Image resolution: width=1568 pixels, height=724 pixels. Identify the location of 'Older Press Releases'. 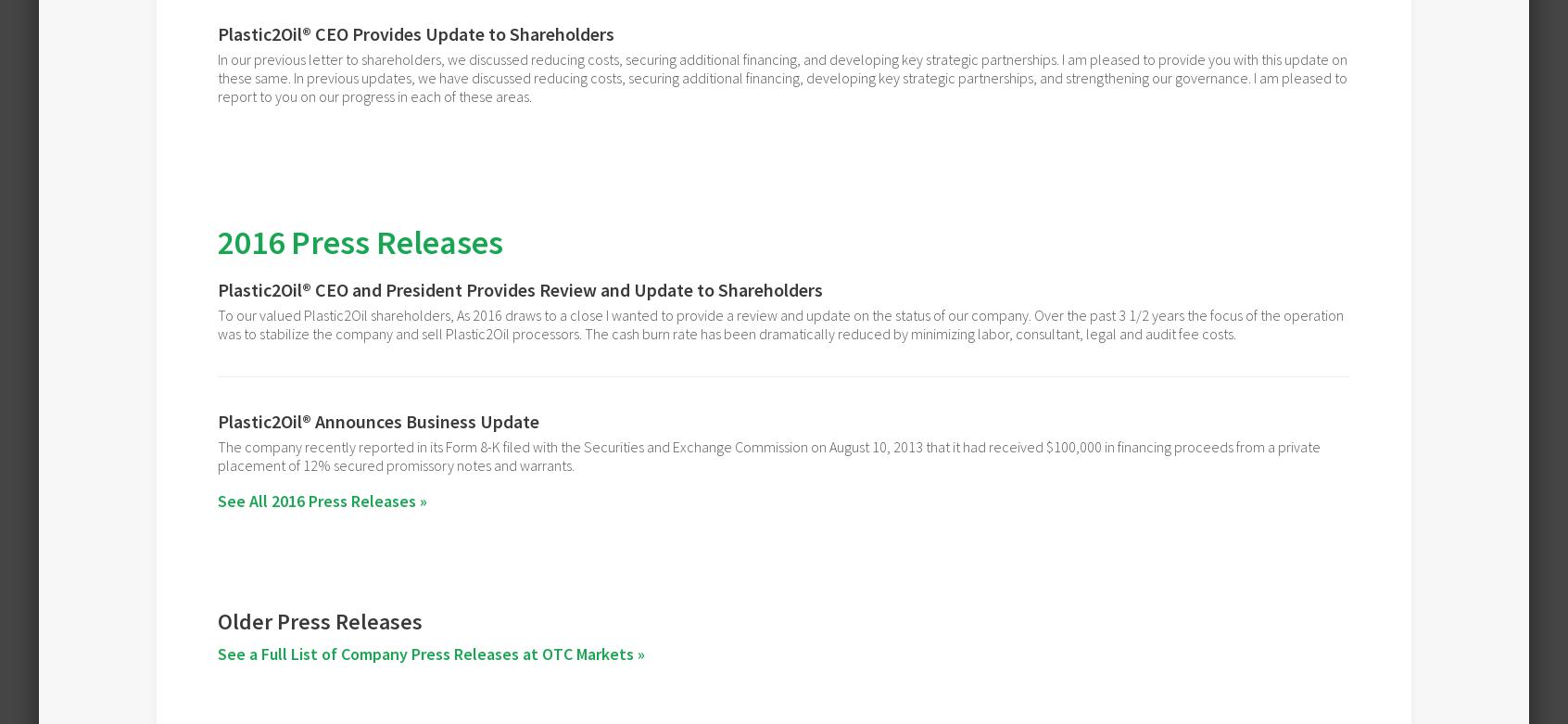
(319, 619).